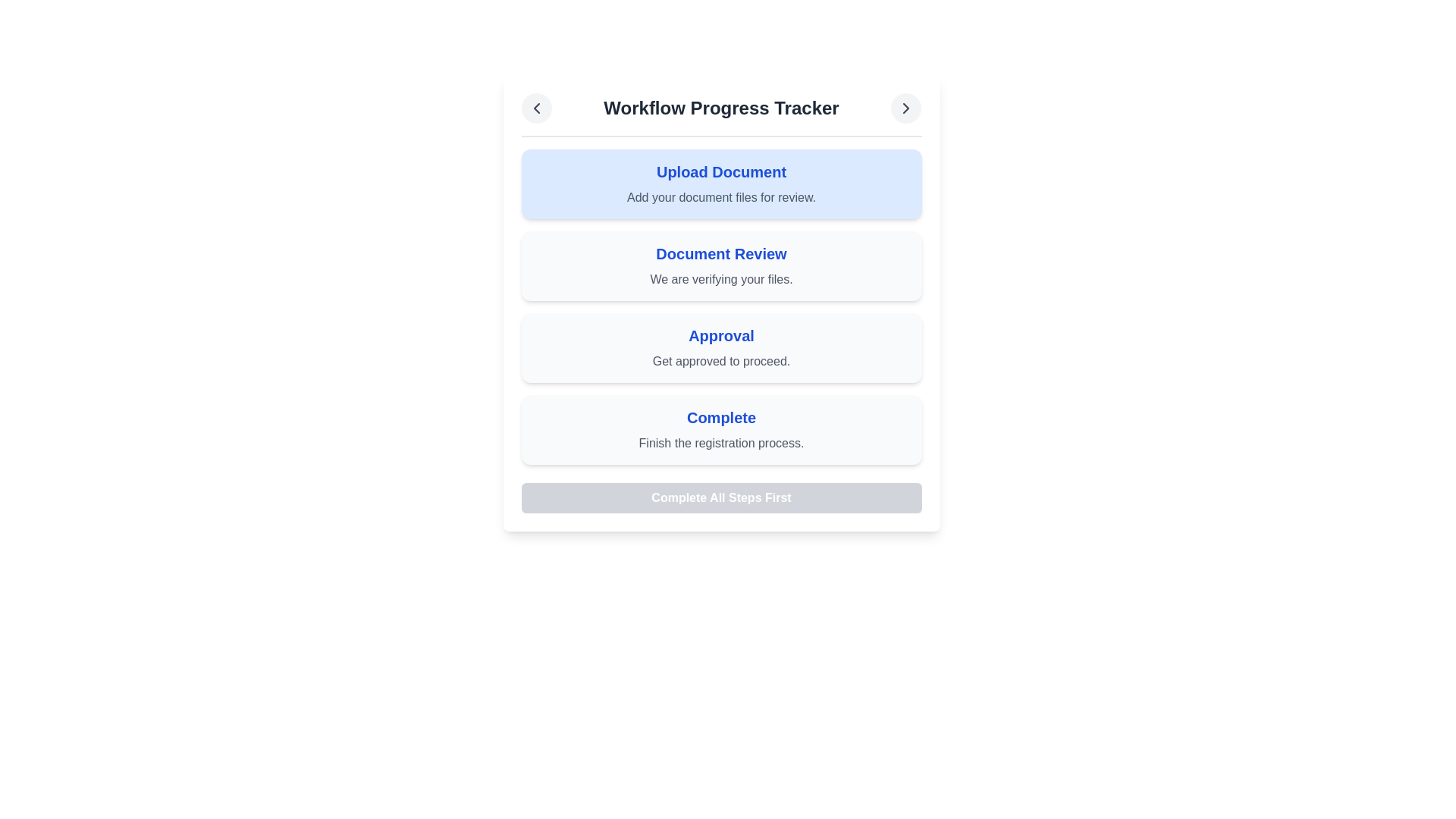 This screenshot has width=1456, height=819. Describe the element at coordinates (720, 280) in the screenshot. I see `status information from the text label that contains 'We are verifying your files.' positioned centrally below the title 'Document Review' in a gray box` at that location.